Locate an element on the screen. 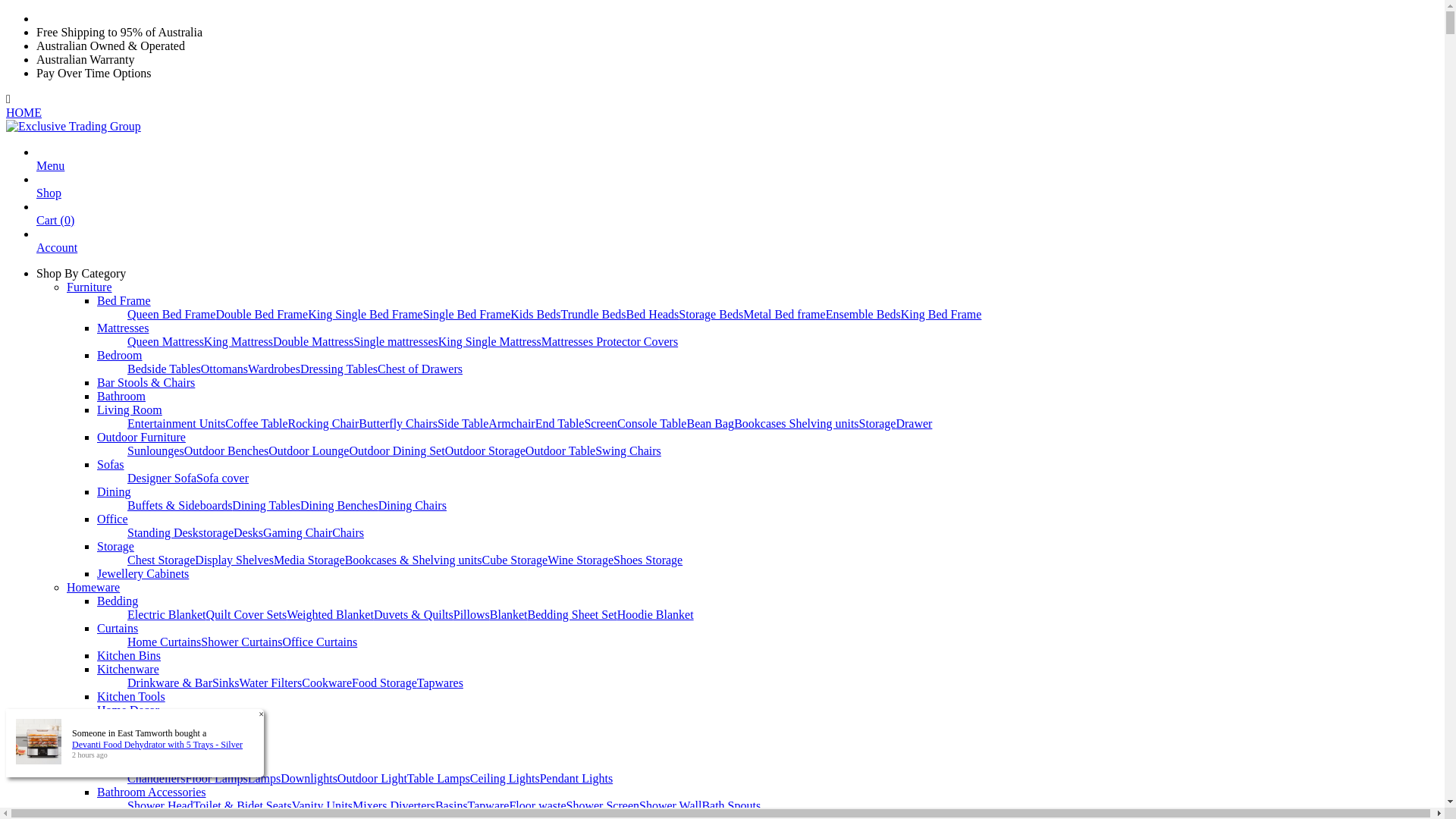  'Bar Stools & Chairs' is located at coordinates (96, 381).